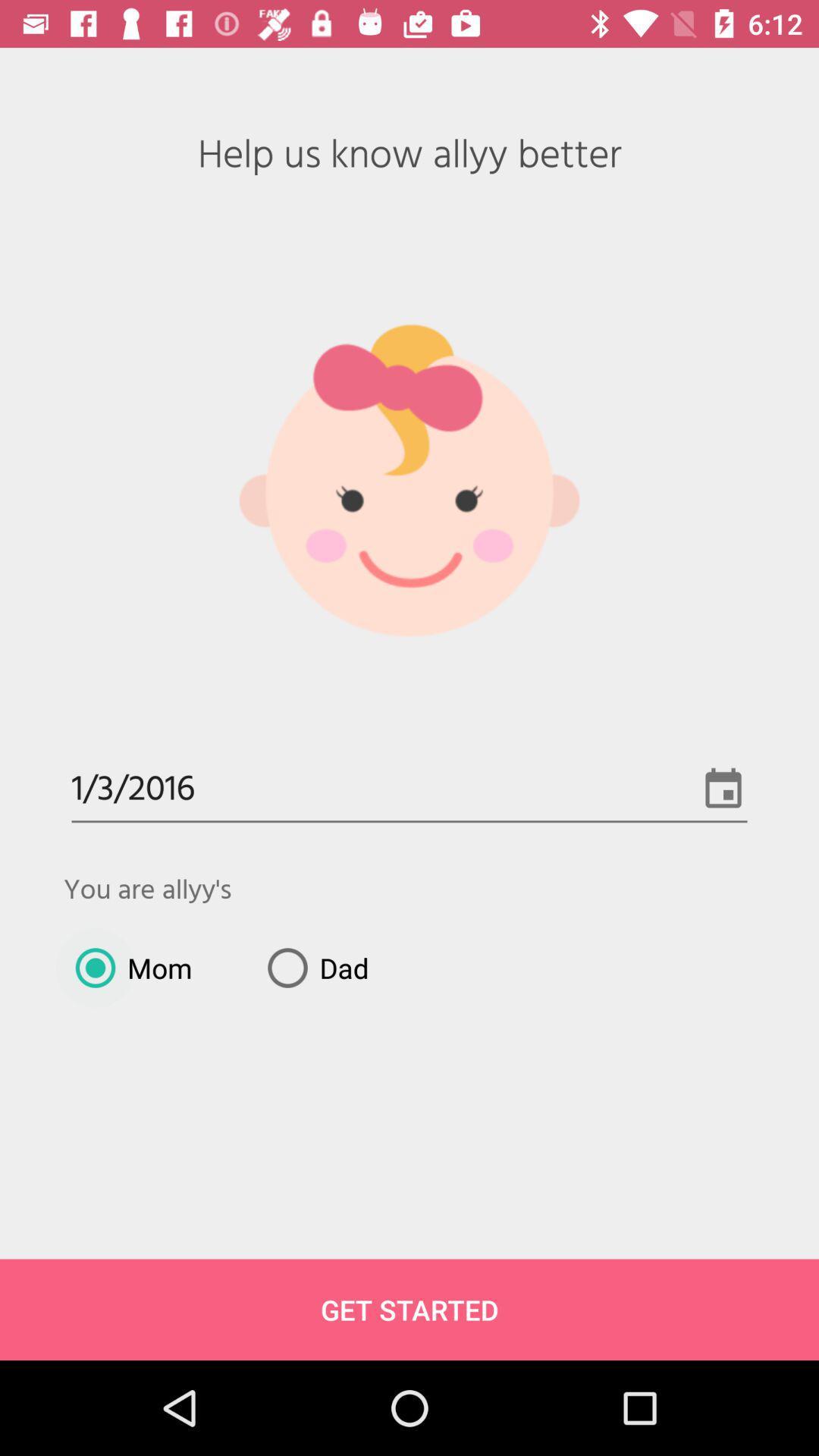  What do you see at coordinates (409, 789) in the screenshot?
I see `the 1/3/2016 item` at bounding box center [409, 789].